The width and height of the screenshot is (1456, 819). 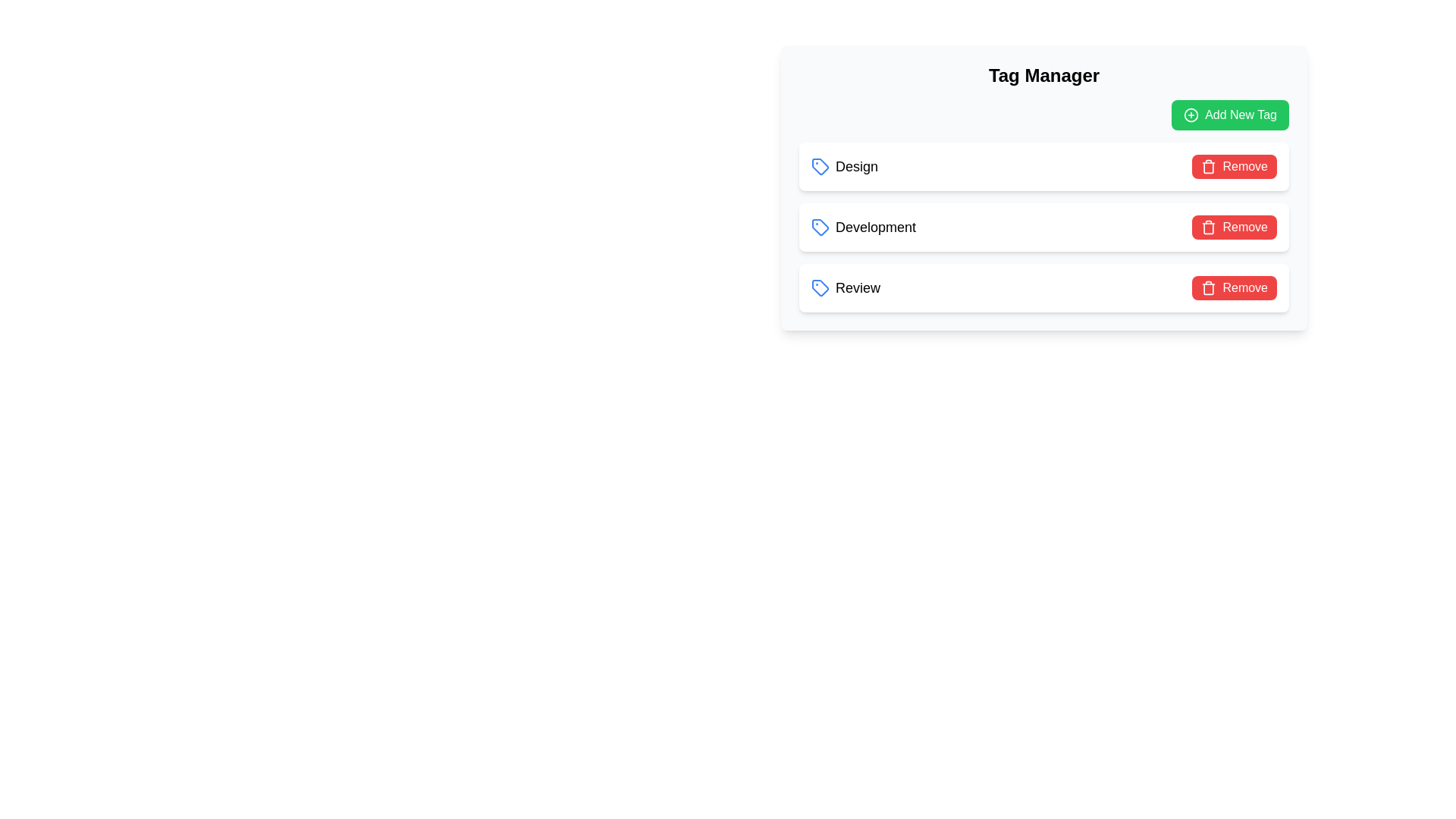 What do you see at coordinates (819, 166) in the screenshot?
I see `the SVG vector graphic icon that visually labels the 'Design' category, positioned at the top-left corner of the 'Design' list item` at bounding box center [819, 166].